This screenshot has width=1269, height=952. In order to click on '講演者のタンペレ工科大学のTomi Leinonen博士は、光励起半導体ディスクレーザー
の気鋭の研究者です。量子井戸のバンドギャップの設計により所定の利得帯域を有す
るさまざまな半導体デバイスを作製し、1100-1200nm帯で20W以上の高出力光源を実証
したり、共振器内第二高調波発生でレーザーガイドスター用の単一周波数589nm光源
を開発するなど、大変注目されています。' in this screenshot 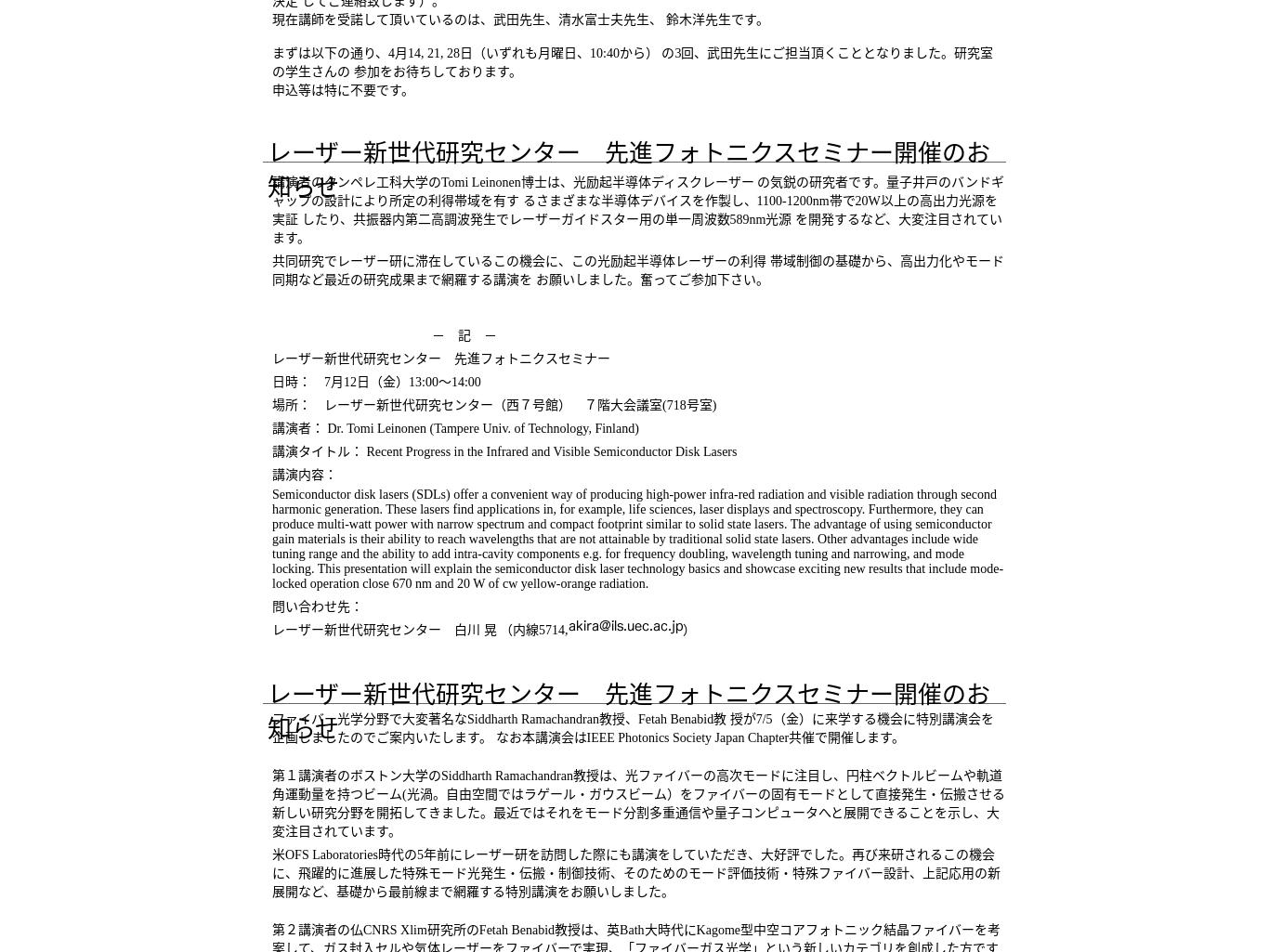, I will do `click(637, 210)`.